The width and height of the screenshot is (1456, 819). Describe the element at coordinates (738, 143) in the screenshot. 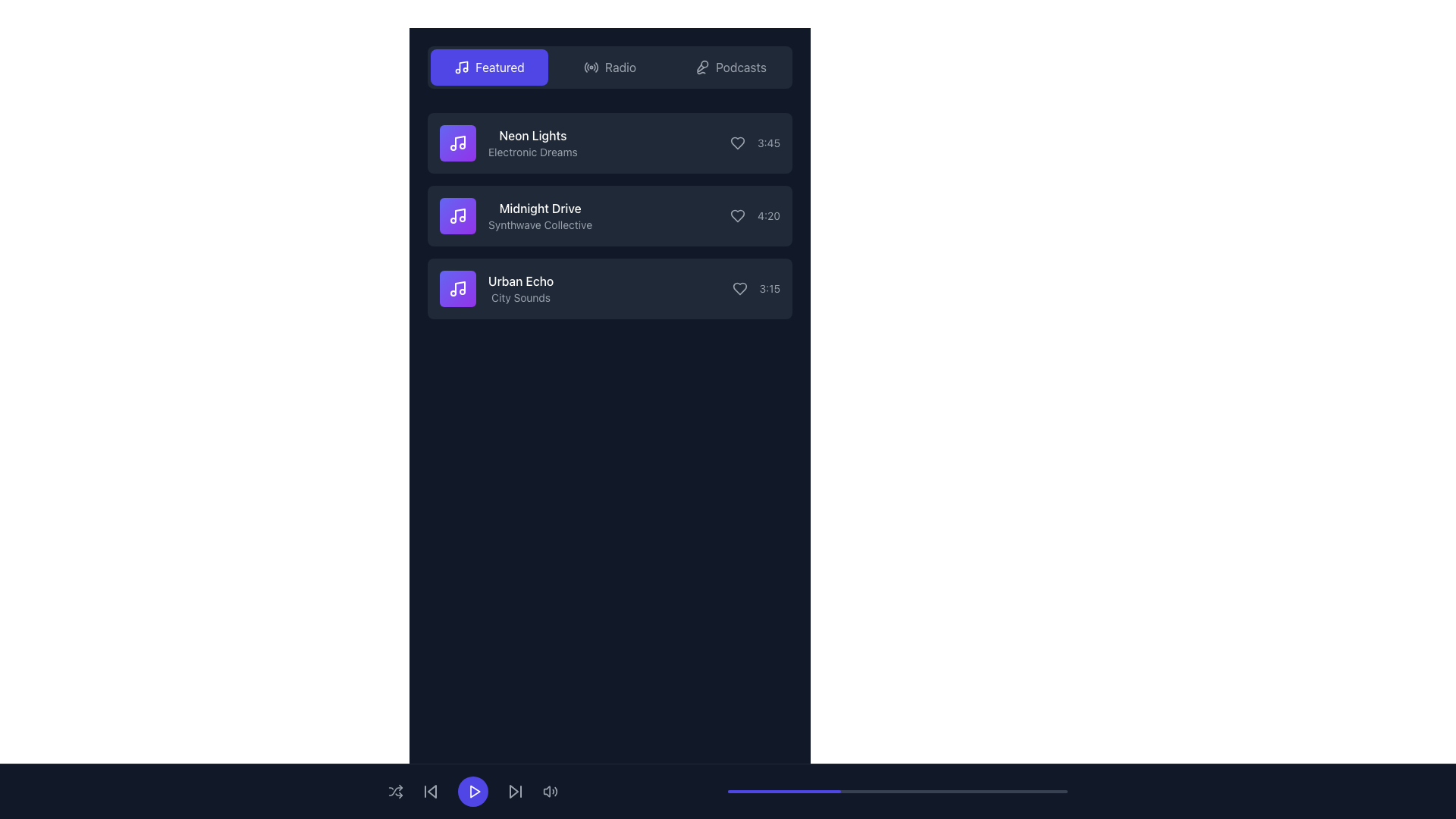

I see `the favorite button located to the left of the text '3:45' in the list item for the song 'Neon Lights'` at that location.